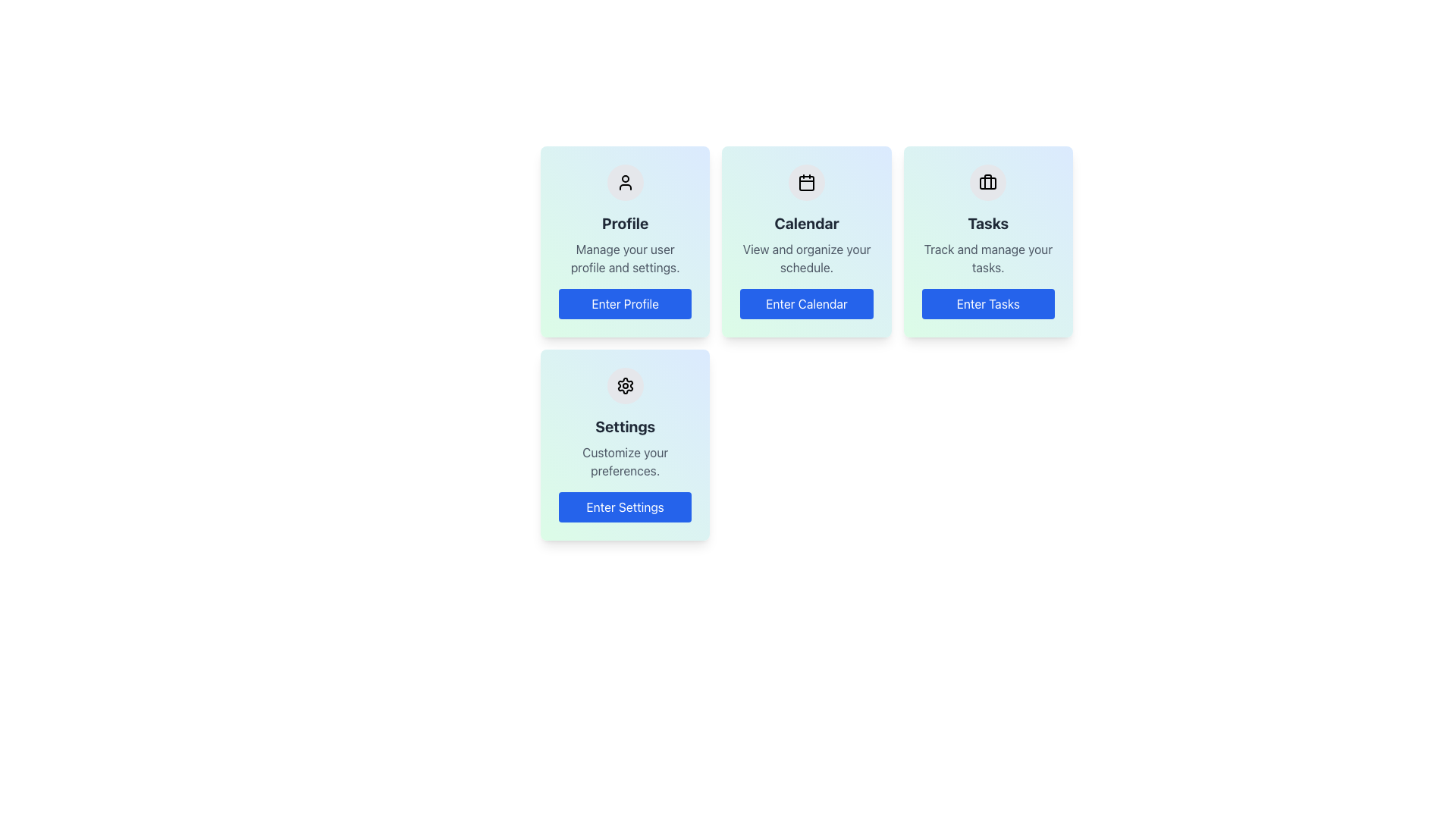 This screenshot has width=1456, height=819. Describe the element at coordinates (625, 461) in the screenshot. I see `the text block that reads 'Customize your preferences.' which is located within the 'Settings' card, positioned below the title 'Settings' and above the 'Enter Settings' button` at that location.